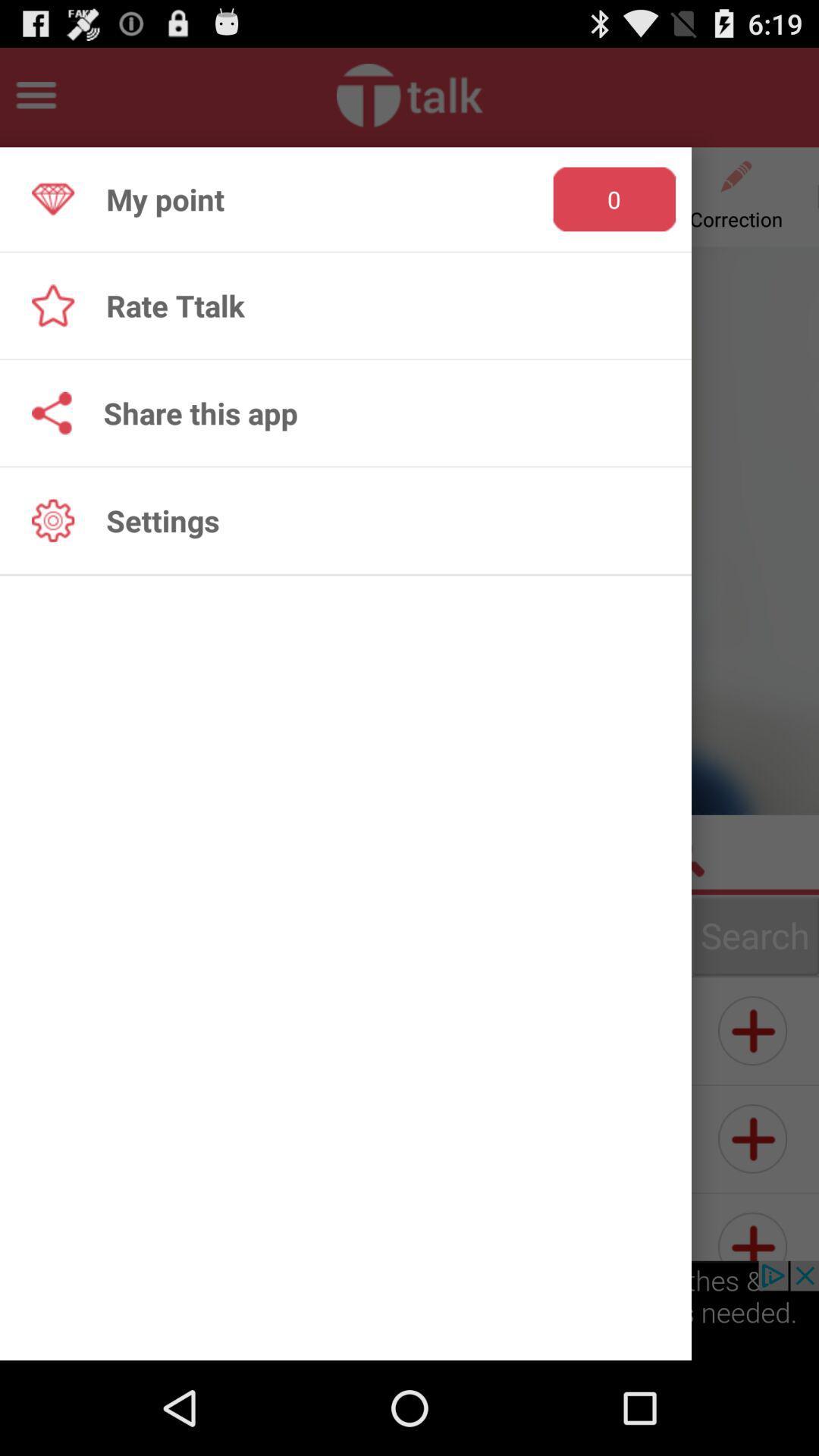 The image size is (819, 1456). What do you see at coordinates (35, 101) in the screenshot?
I see `the menu icon` at bounding box center [35, 101].